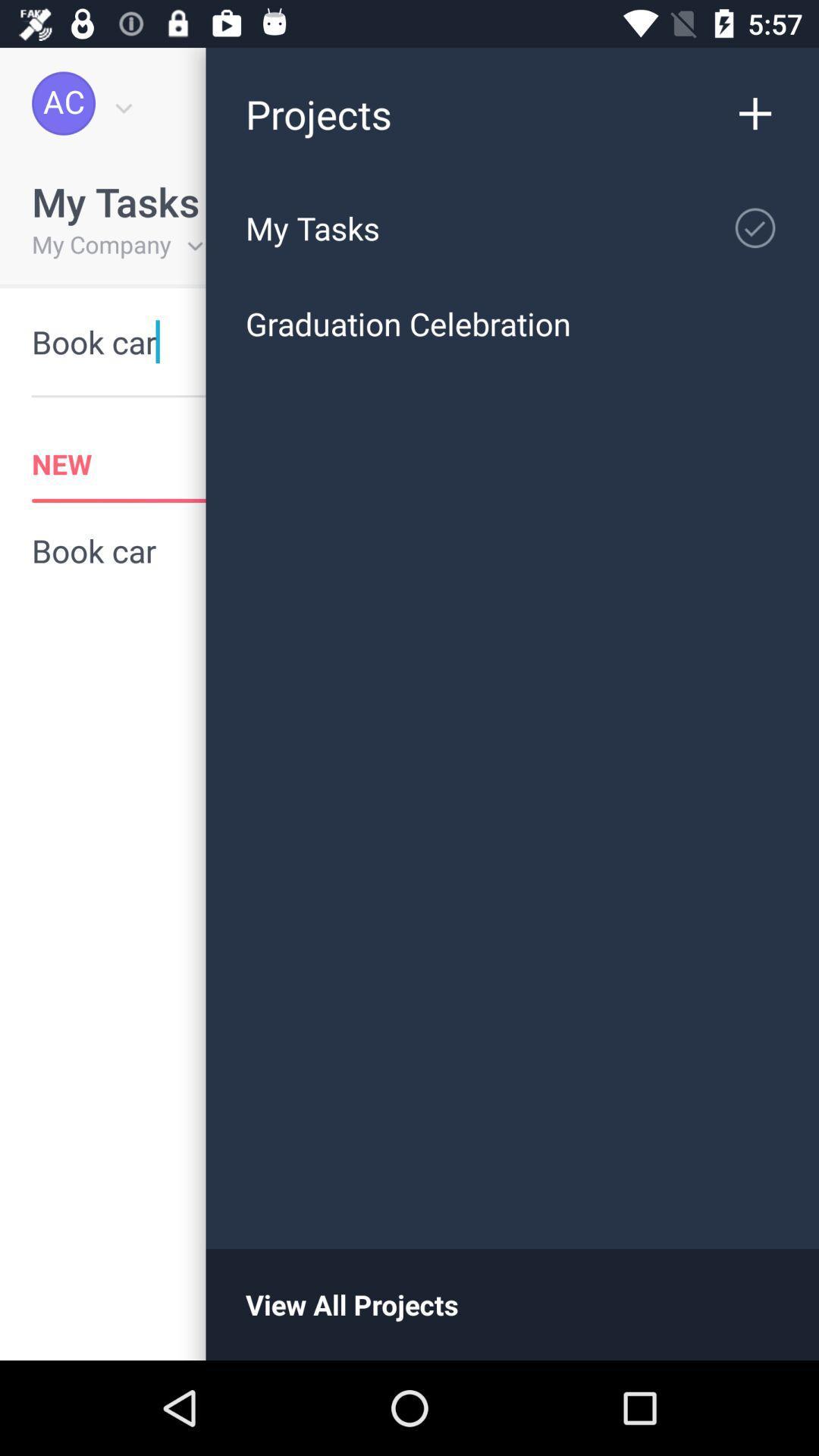 This screenshot has width=819, height=1456. What do you see at coordinates (755, 227) in the screenshot?
I see `icon below` at bounding box center [755, 227].